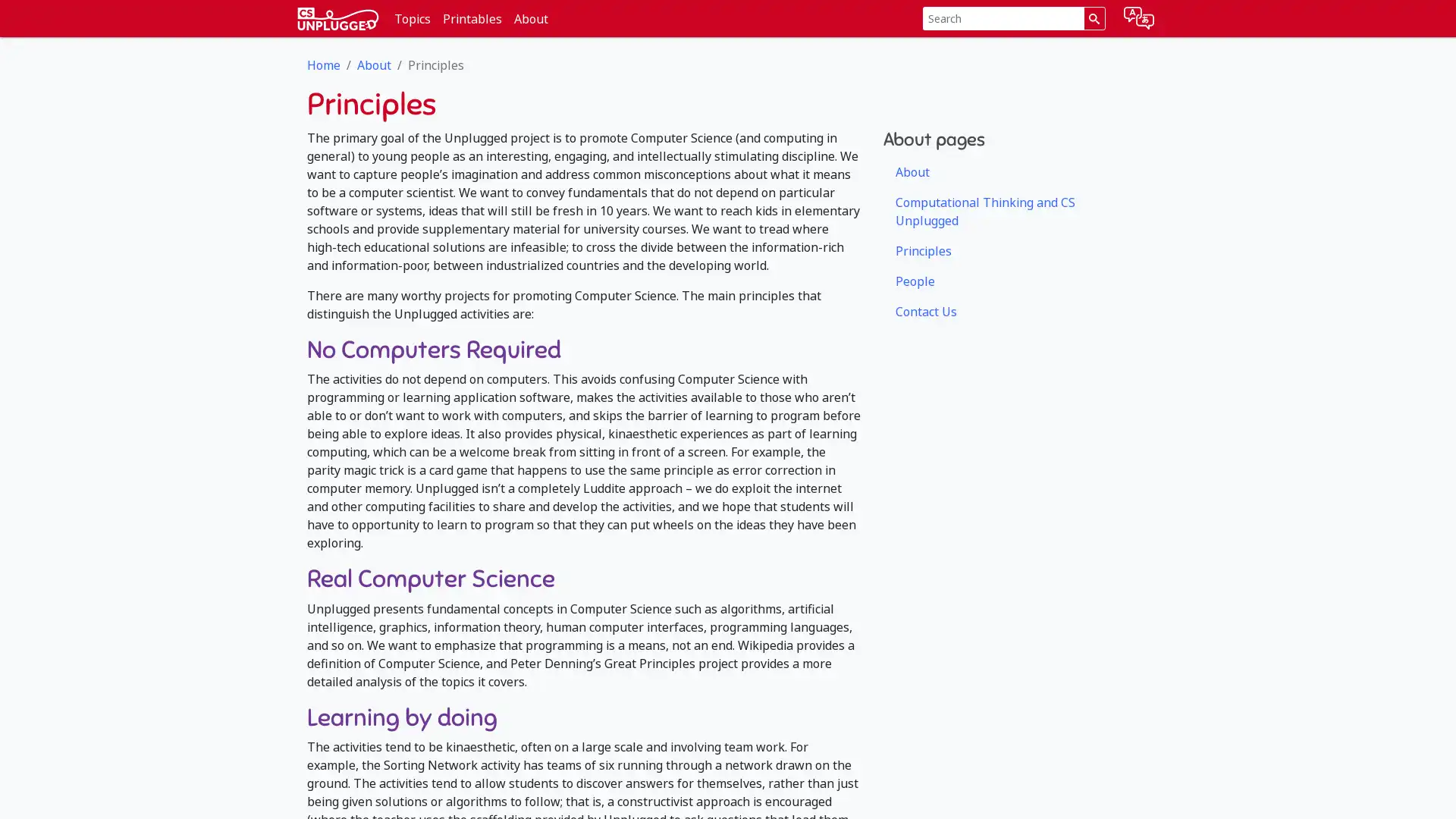 The width and height of the screenshot is (1456, 819). I want to click on Search, so click(1094, 18).